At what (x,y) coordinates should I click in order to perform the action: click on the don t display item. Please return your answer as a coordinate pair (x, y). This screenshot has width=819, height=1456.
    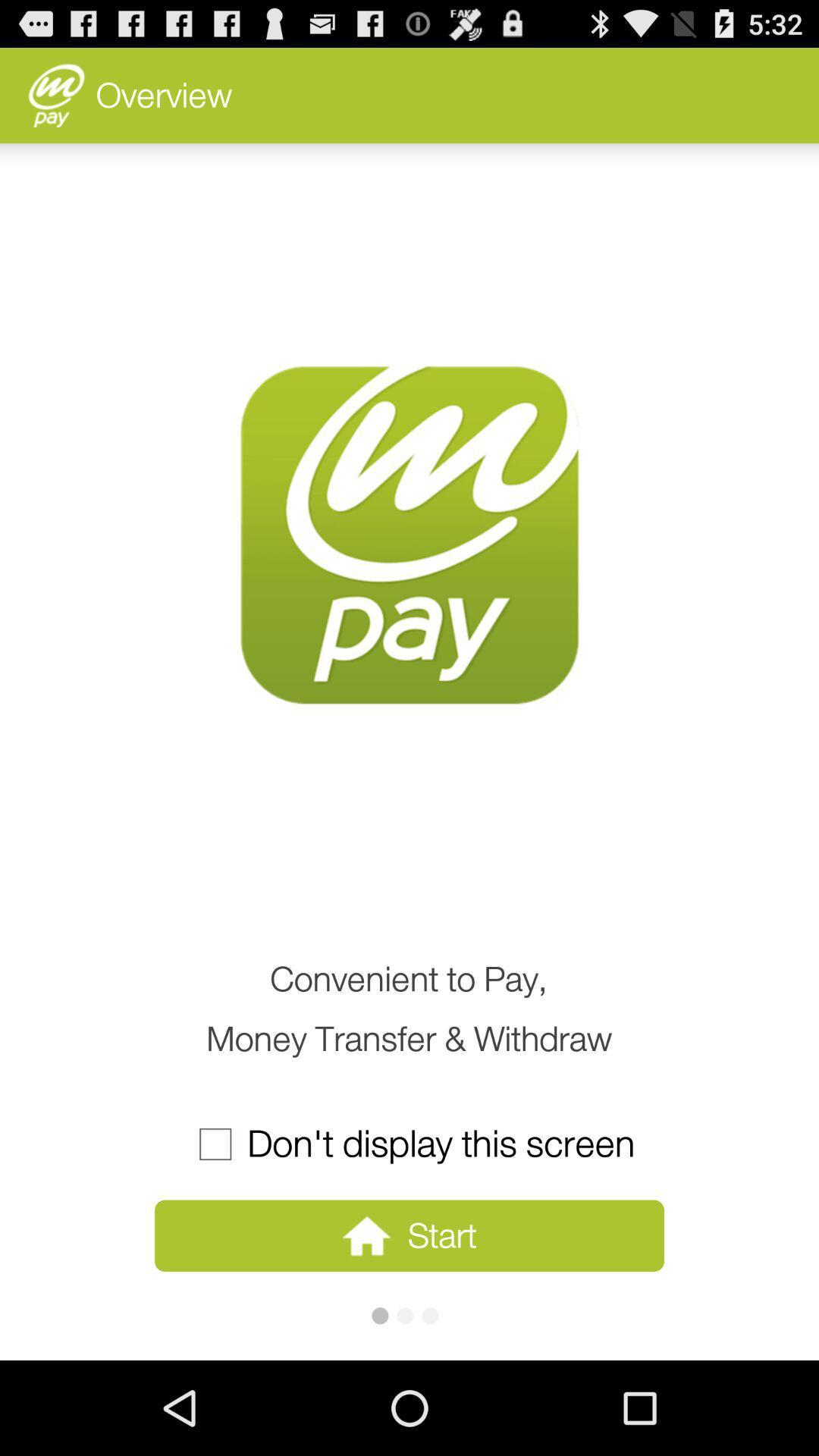
    Looking at the image, I should click on (408, 1144).